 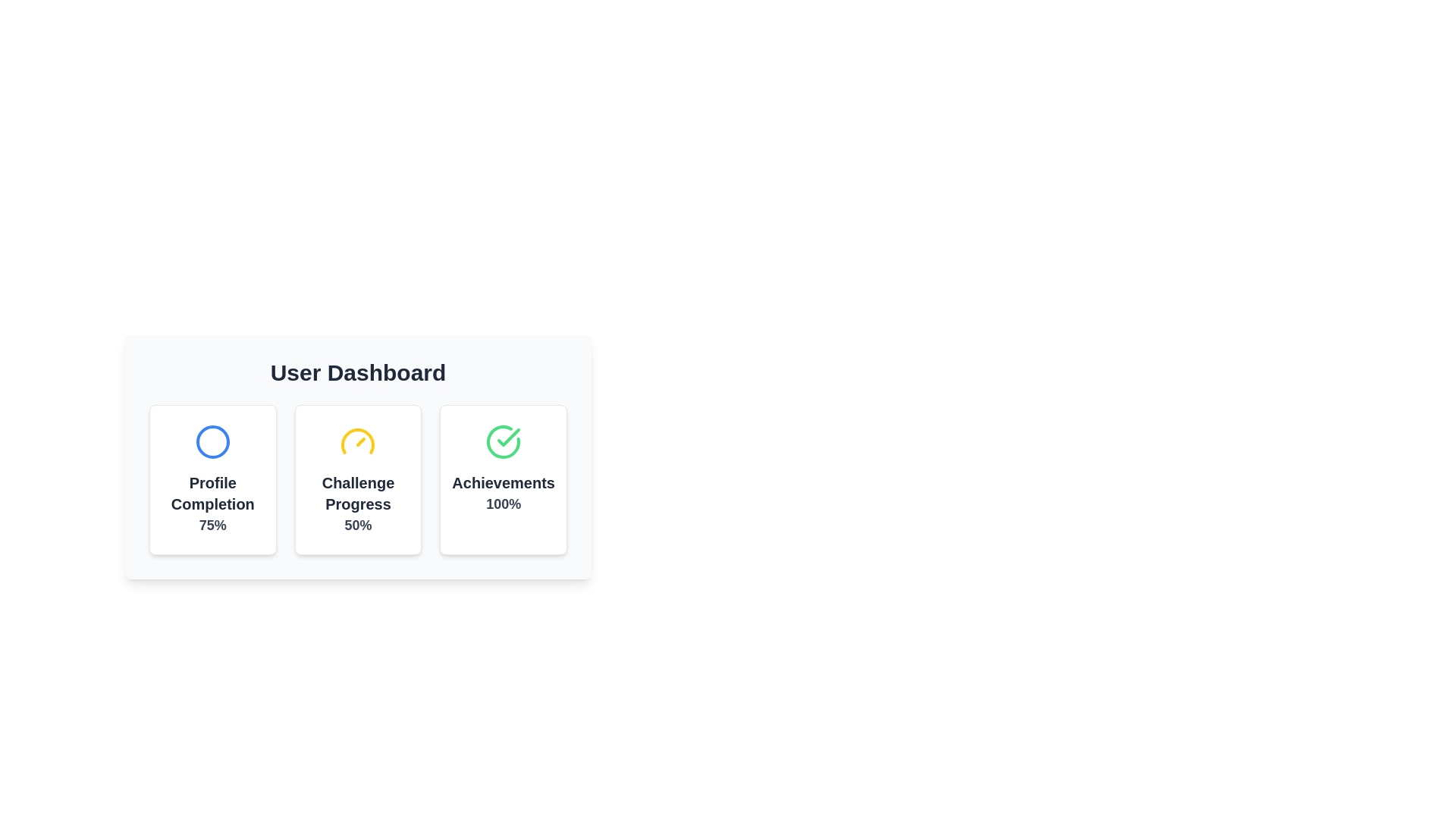 What do you see at coordinates (504, 482) in the screenshot?
I see `the 'Achievements' text label, which is a large, bold dark gray label located in the center-bottom area of the third card layout, situated above a smaller label reading '100%'` at bounding box center [504, 482].